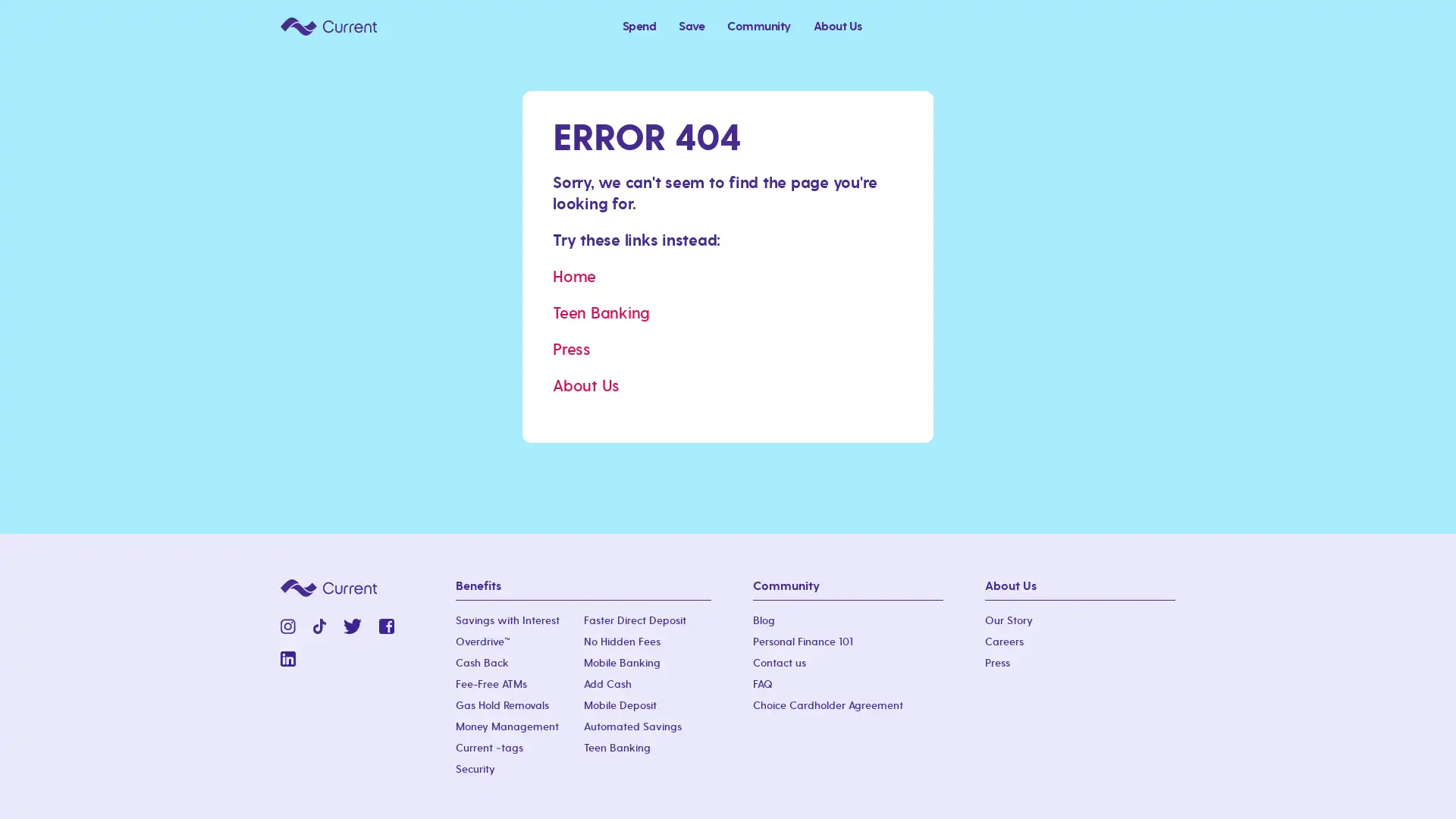 Image resolution: width=1456 pixels, height=819 pixels. What do you see at coordinates (997, 663) in the screenshot?
I see `Press` at bounding box center [997, 663].